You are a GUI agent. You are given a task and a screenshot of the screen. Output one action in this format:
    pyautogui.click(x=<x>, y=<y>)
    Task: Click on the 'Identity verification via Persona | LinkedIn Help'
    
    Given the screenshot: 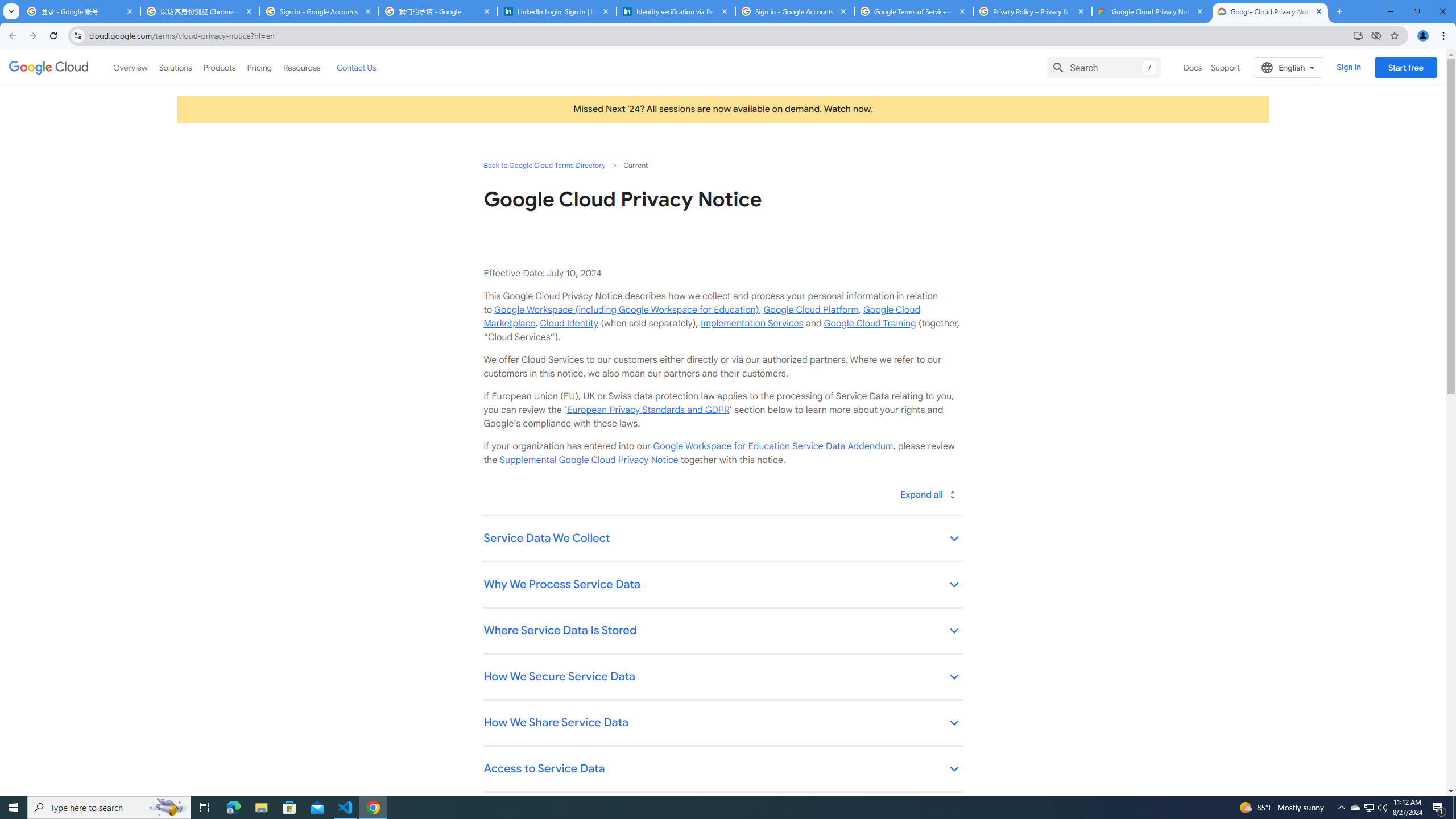 What is the action you would take?
    pyautogui.click(x=676, y=11)
    